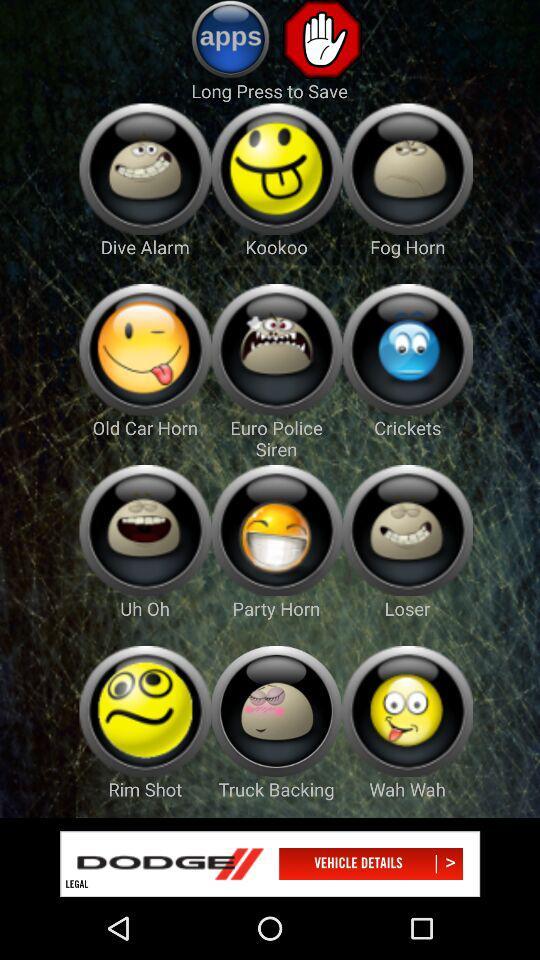  What do you see at coordinates (270, 863) in the screenshot?
I see `open advertisement` at bounding box center [270, 863].